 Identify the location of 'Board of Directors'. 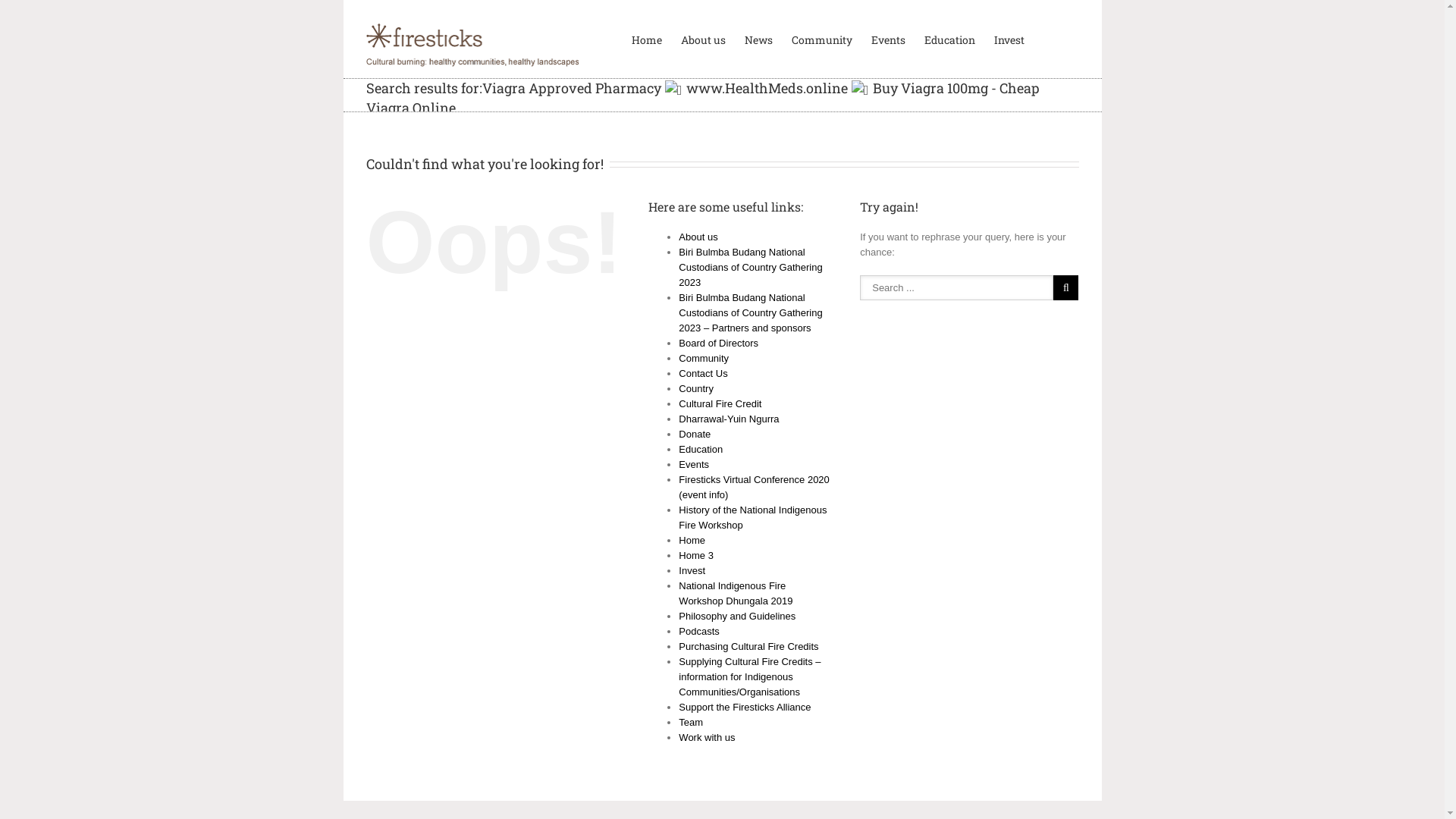
(717, 343).